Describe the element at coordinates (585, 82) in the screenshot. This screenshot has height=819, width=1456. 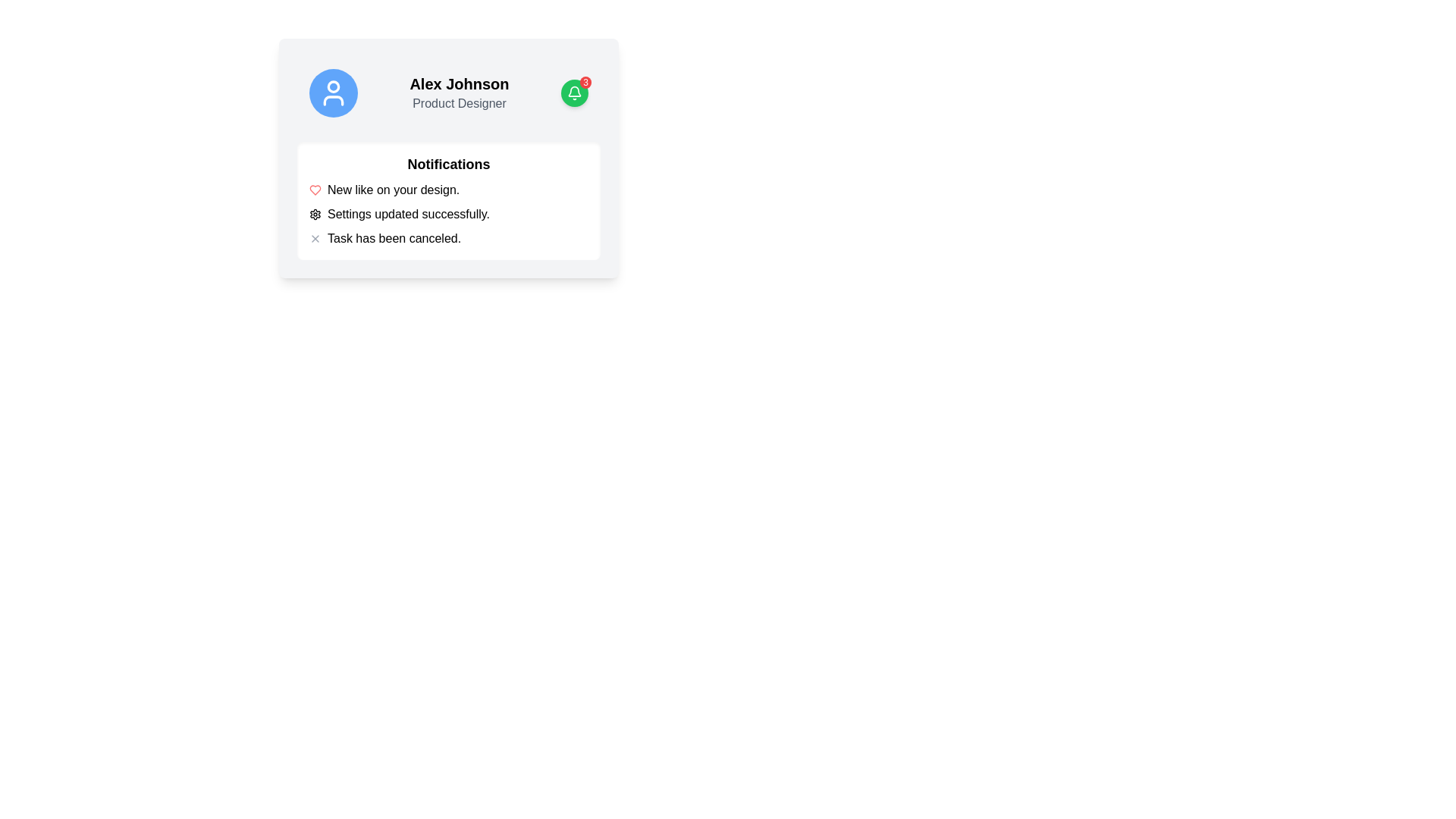
I see `notification count displayed on the red circular badge showing the number '3', which is positioned at the top-right corner of the green bell icon button` at that location.